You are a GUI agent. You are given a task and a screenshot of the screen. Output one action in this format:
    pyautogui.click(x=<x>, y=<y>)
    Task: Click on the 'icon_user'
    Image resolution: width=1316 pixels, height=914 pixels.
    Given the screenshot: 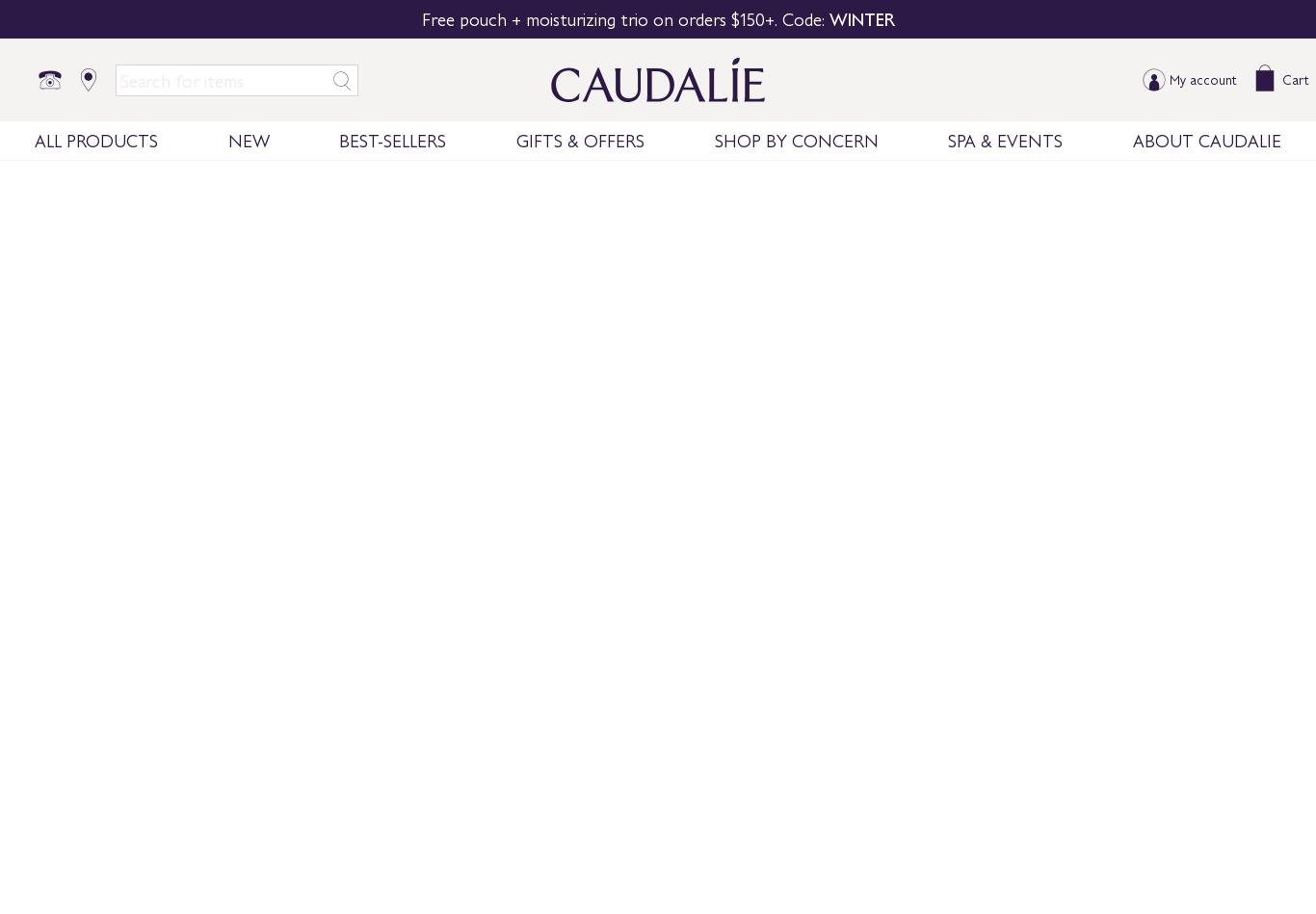 What is the action you would take?
    pyautogui.click(x=1153, y=80)
    